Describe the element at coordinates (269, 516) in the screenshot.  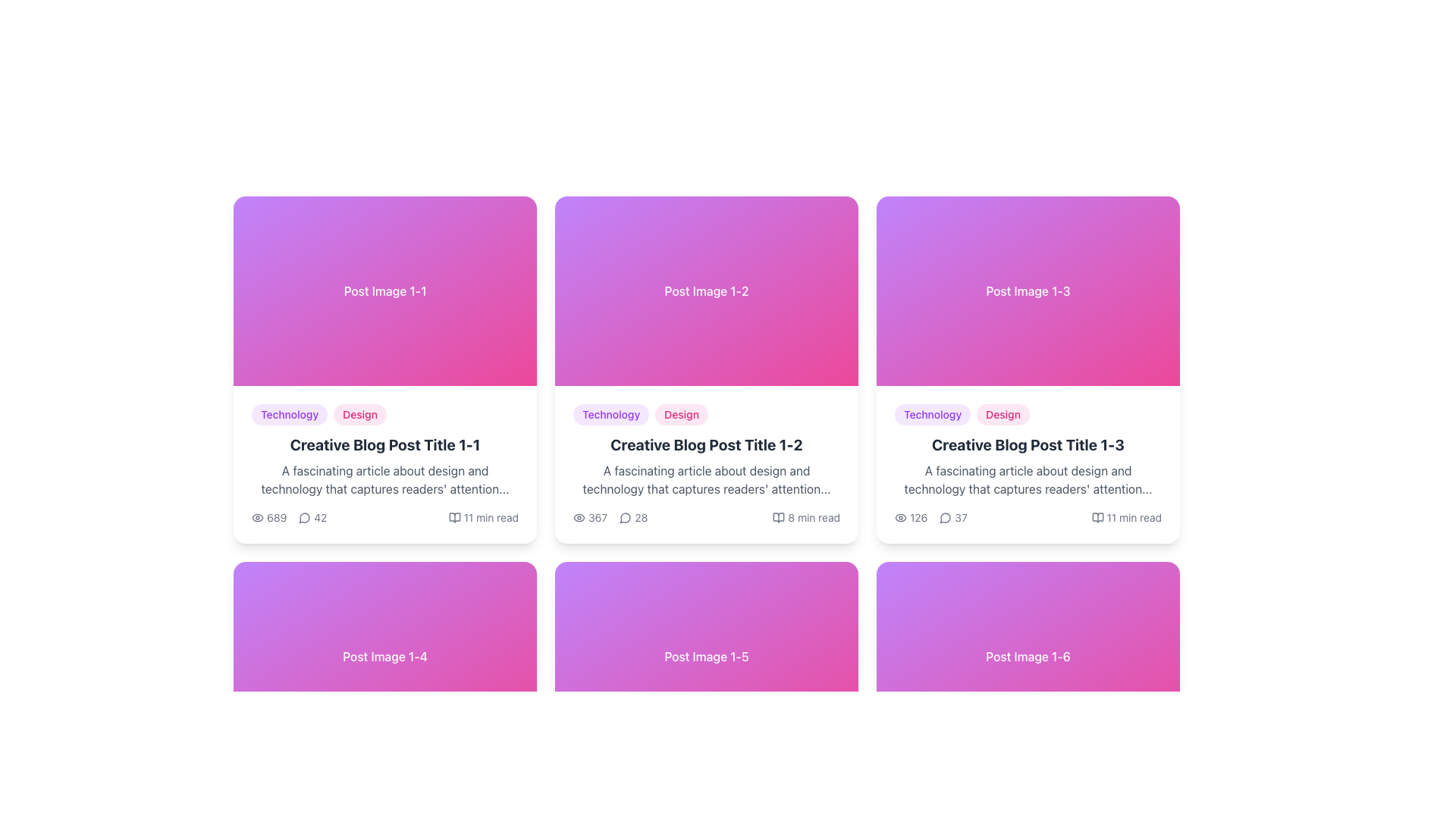
I see `the text element displaying view count, located beneath the descriptive text and tags, adjacent to the '42' element` at that location.